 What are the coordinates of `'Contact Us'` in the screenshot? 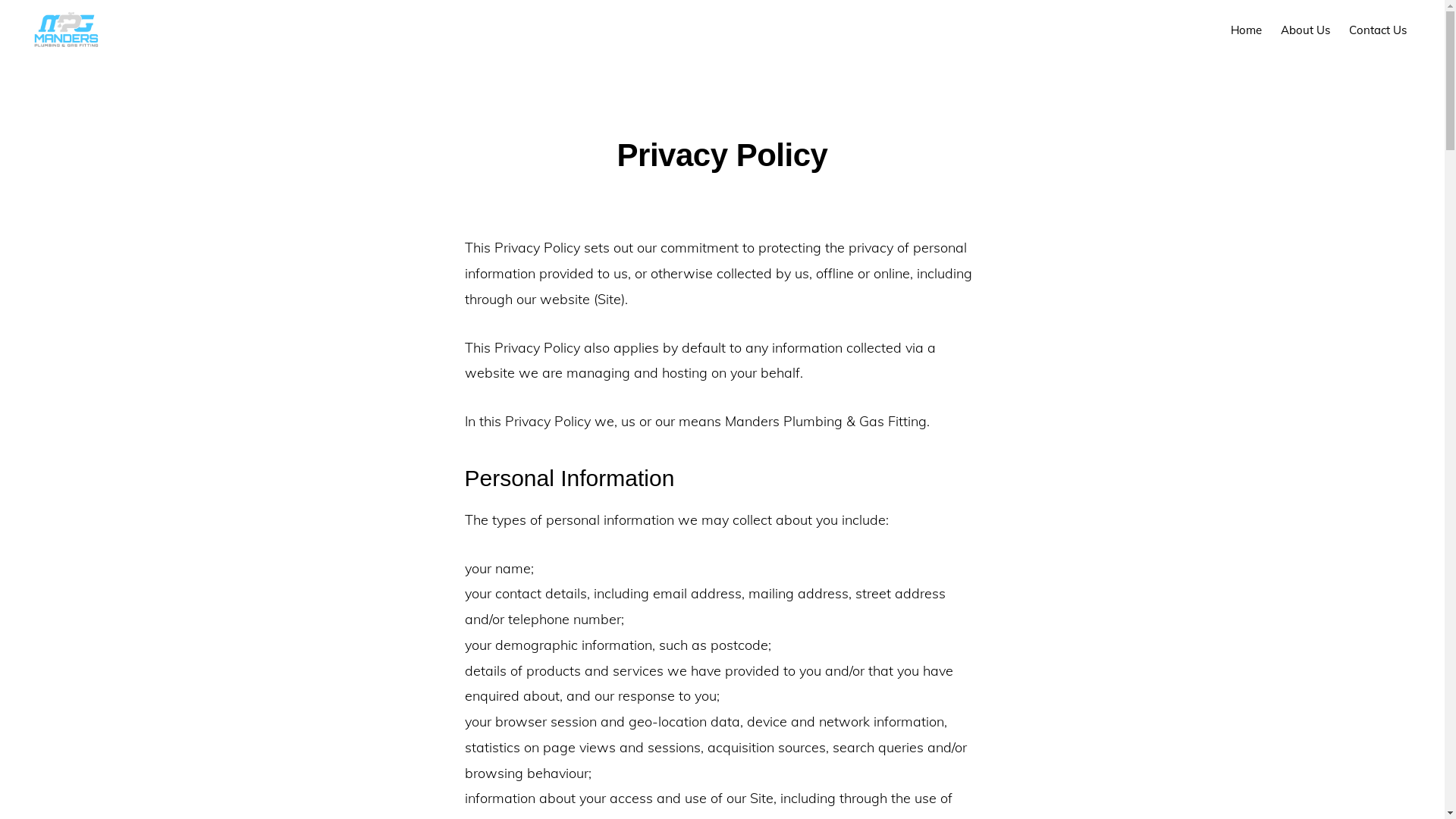 It's located at (1378, 30).